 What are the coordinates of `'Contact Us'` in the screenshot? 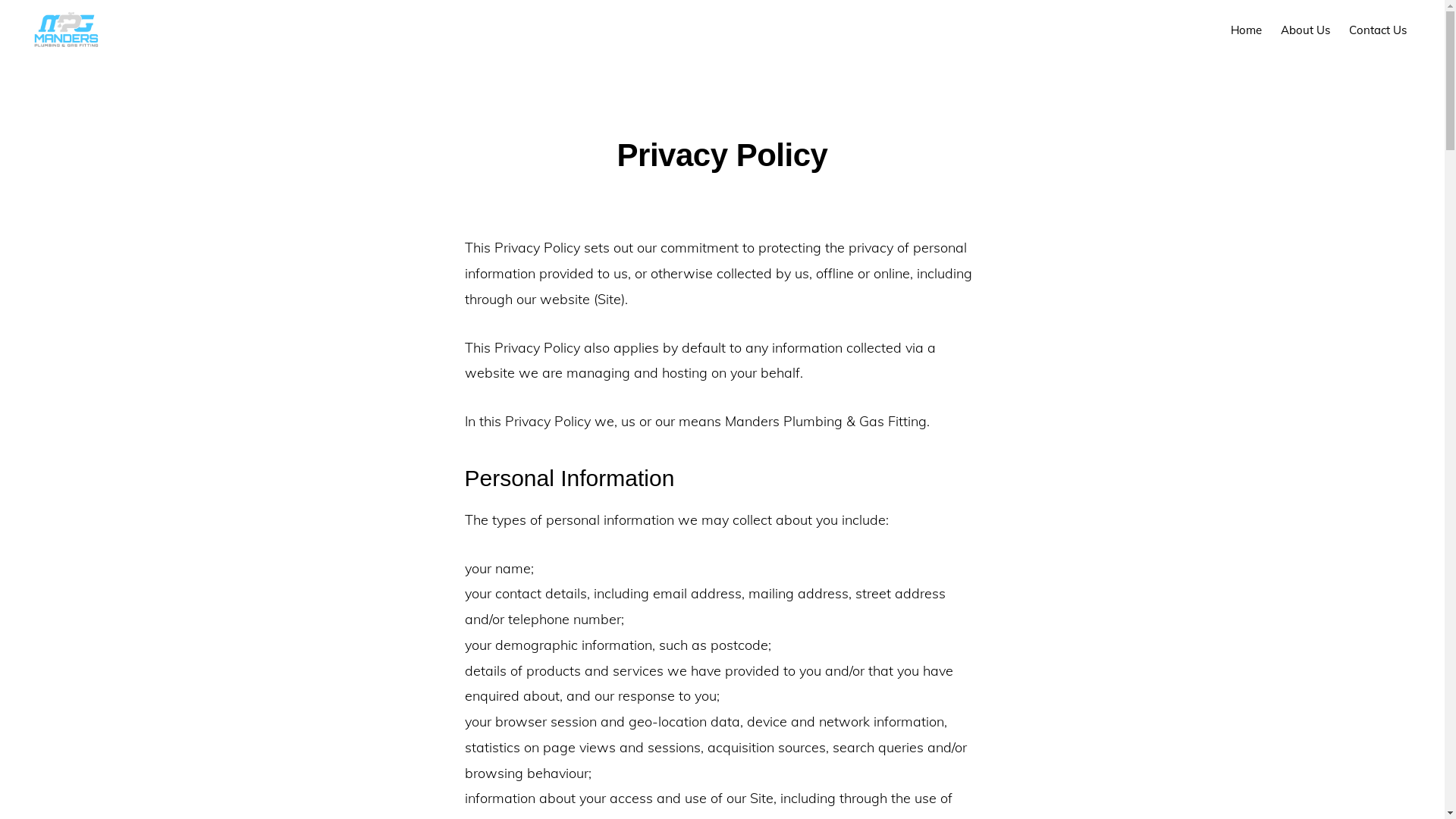 It's located at (1378, 30).